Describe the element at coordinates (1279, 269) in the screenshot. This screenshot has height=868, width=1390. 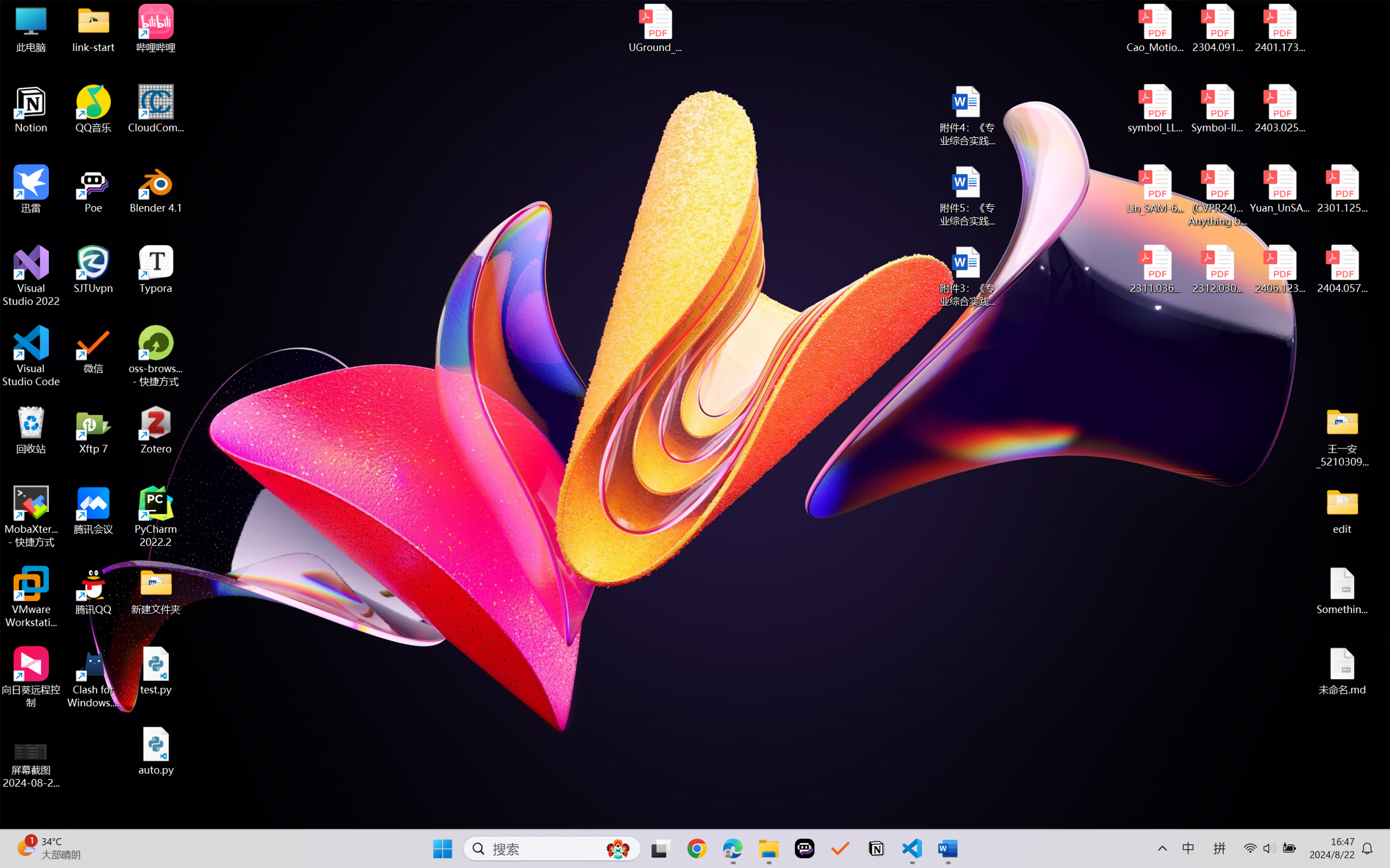
I see `'2406.12373v2.pdf'` at that location.